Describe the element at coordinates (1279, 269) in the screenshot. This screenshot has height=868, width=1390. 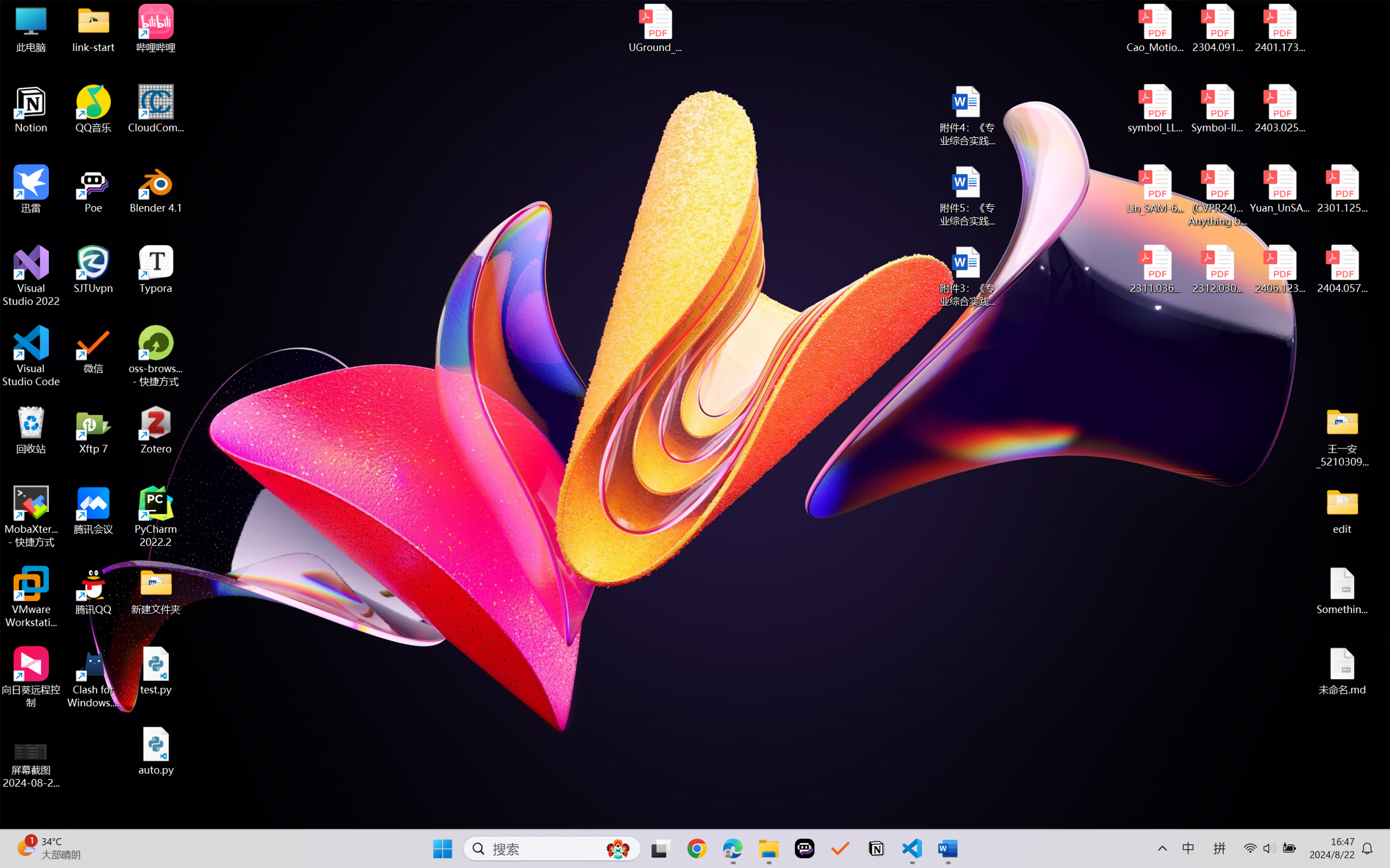
I see `'2406.12373v2.pdf'` at that location.